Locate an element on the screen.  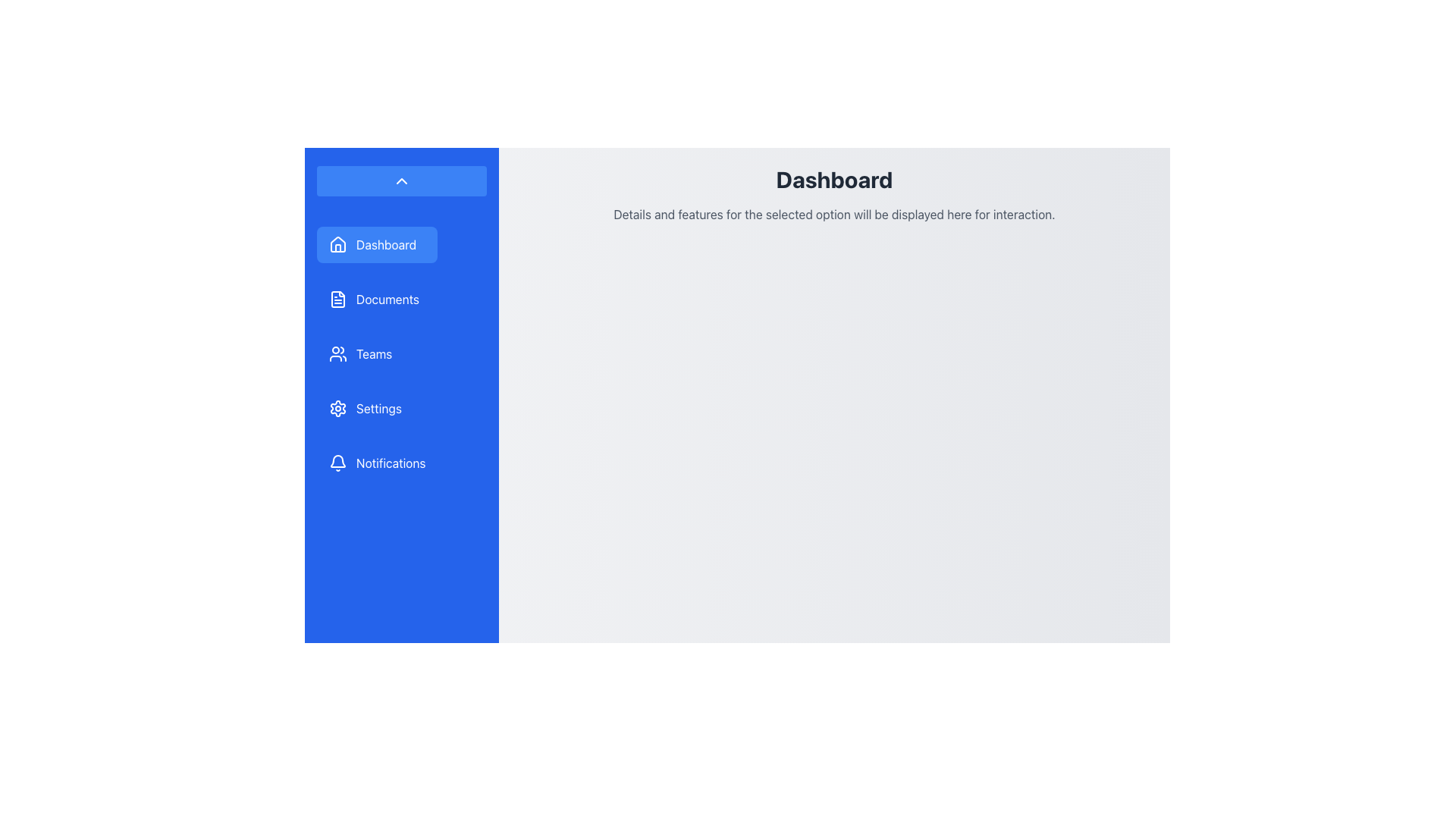
the document file icon located in the vertical navigation bar, positioned next to the text 'Documents' is located at coordinates (337, 299).